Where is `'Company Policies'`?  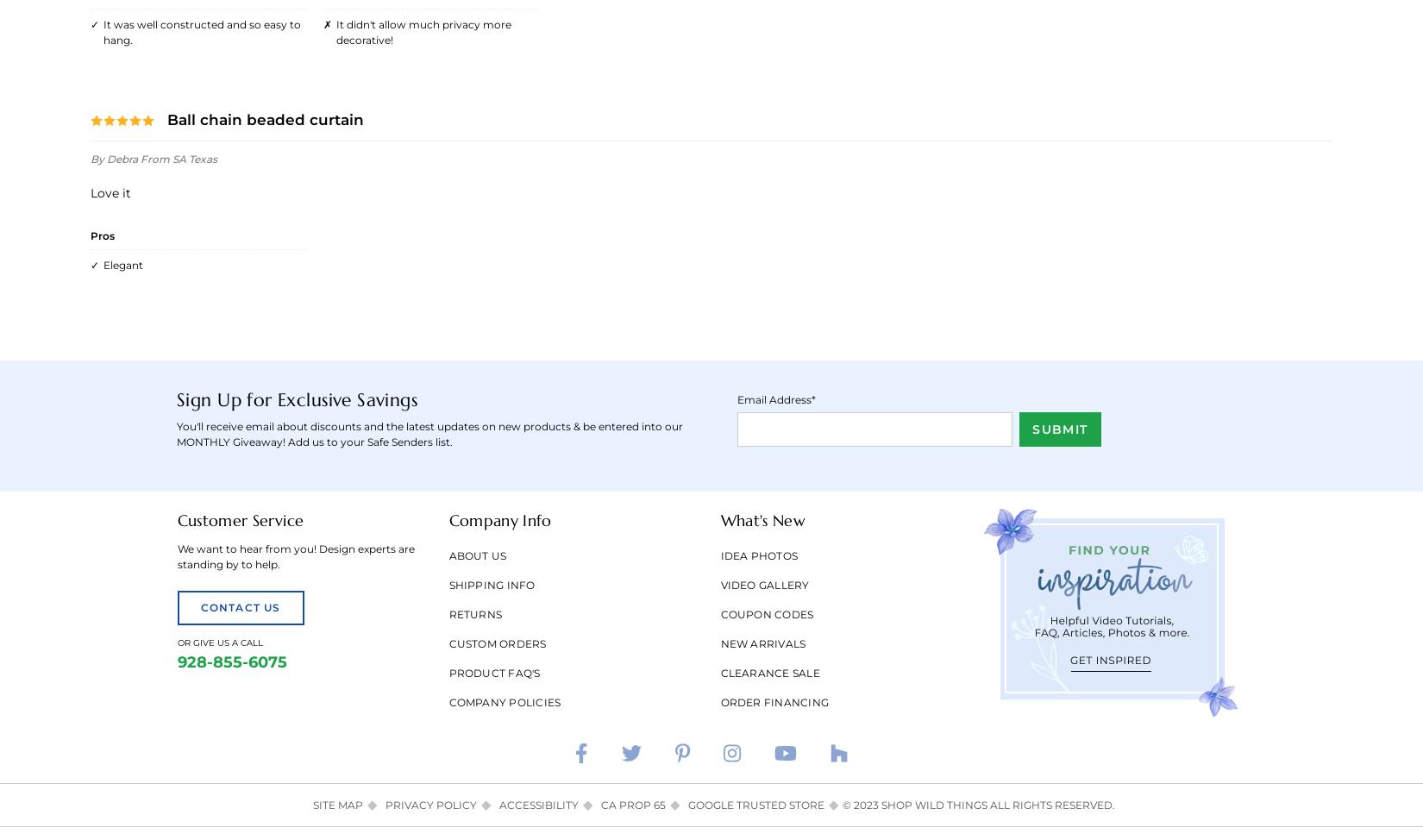
'Company Policies' is located at coordinates (503, 701).